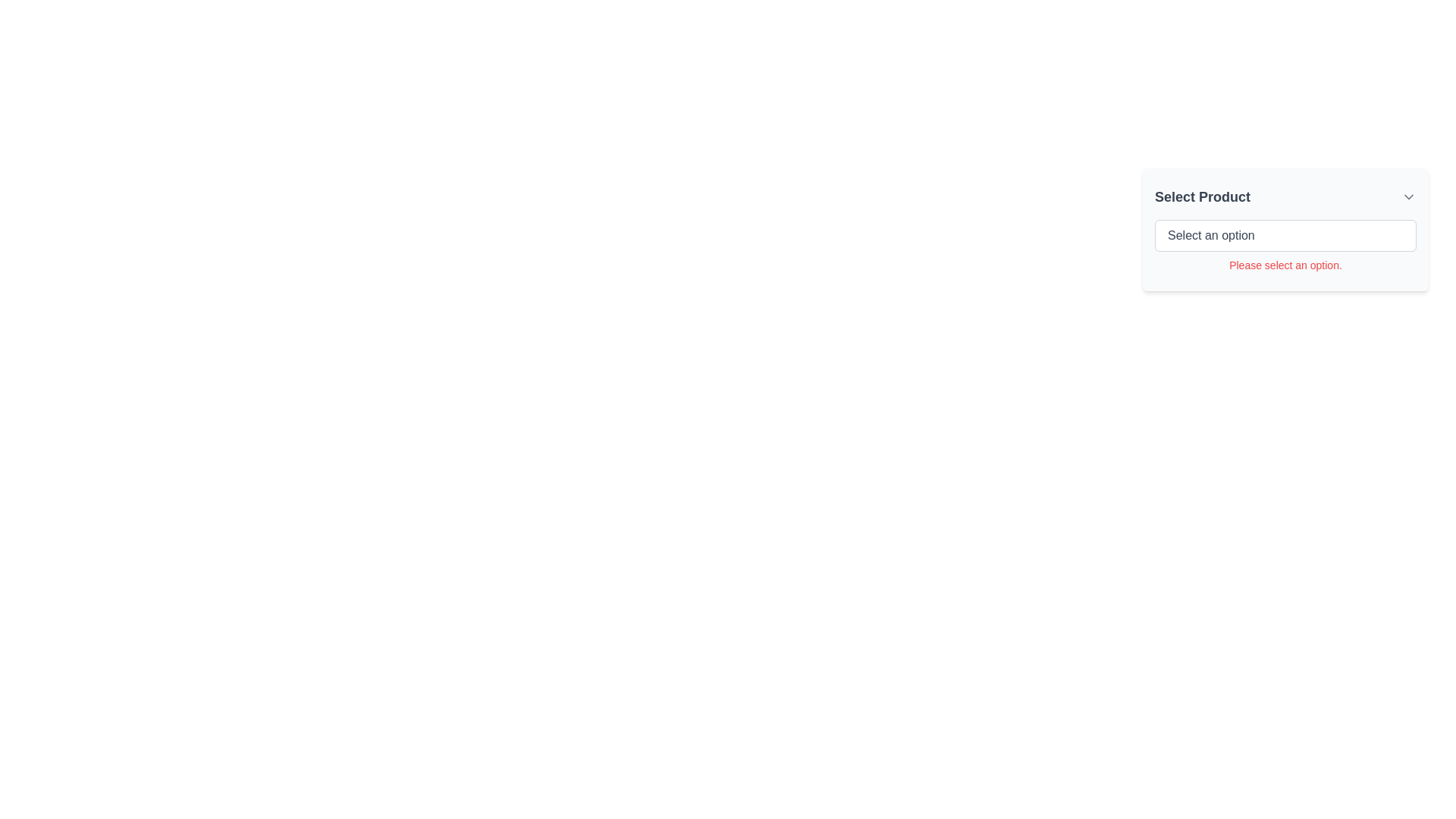 This screenshot has width=1456, height=819. I want to click on the interactive icon located to the far right of the 'Select Product' label, so click(1407, 196).